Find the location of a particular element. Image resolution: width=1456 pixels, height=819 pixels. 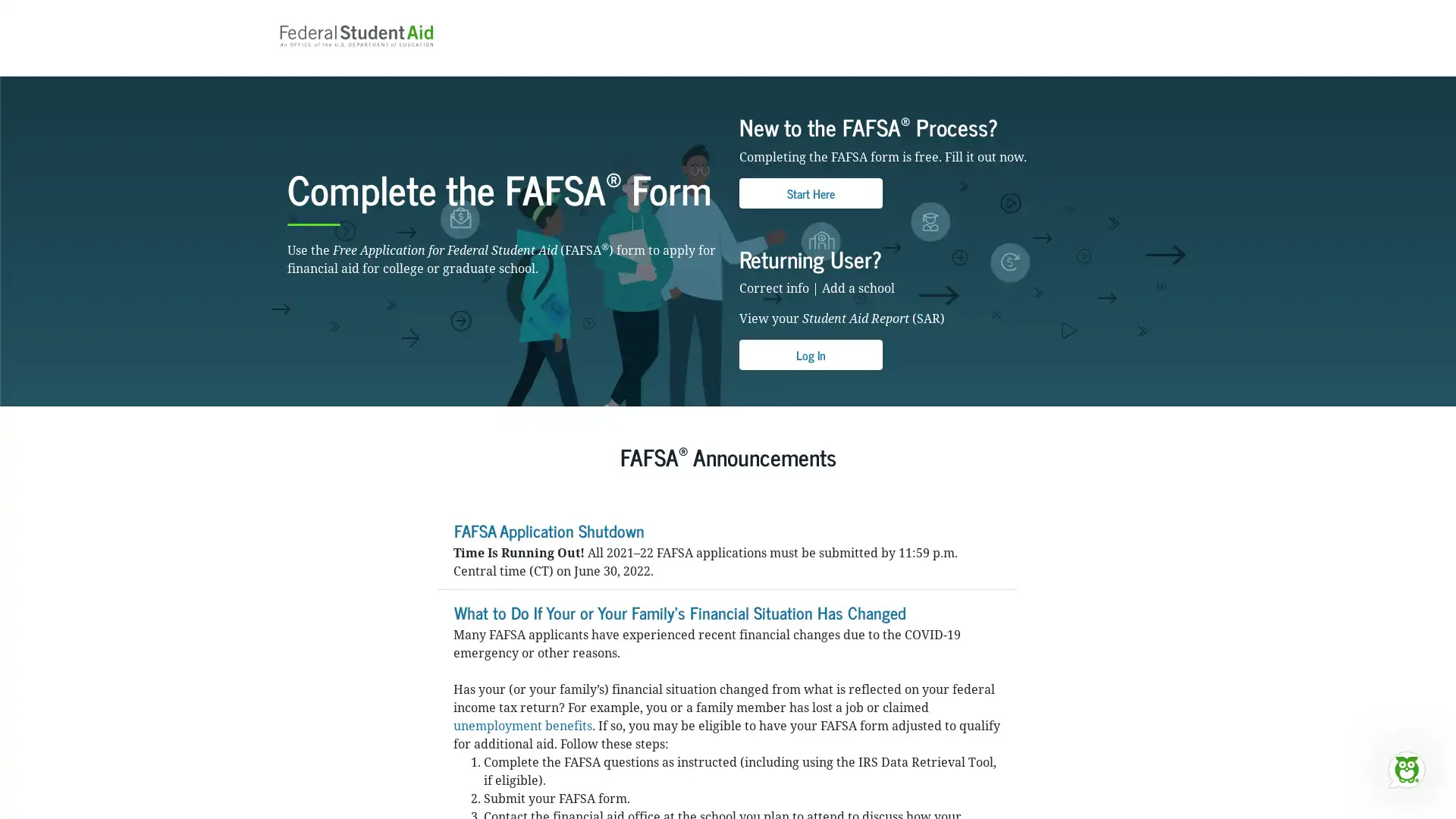

Log In is located at coordinates (810, 376).